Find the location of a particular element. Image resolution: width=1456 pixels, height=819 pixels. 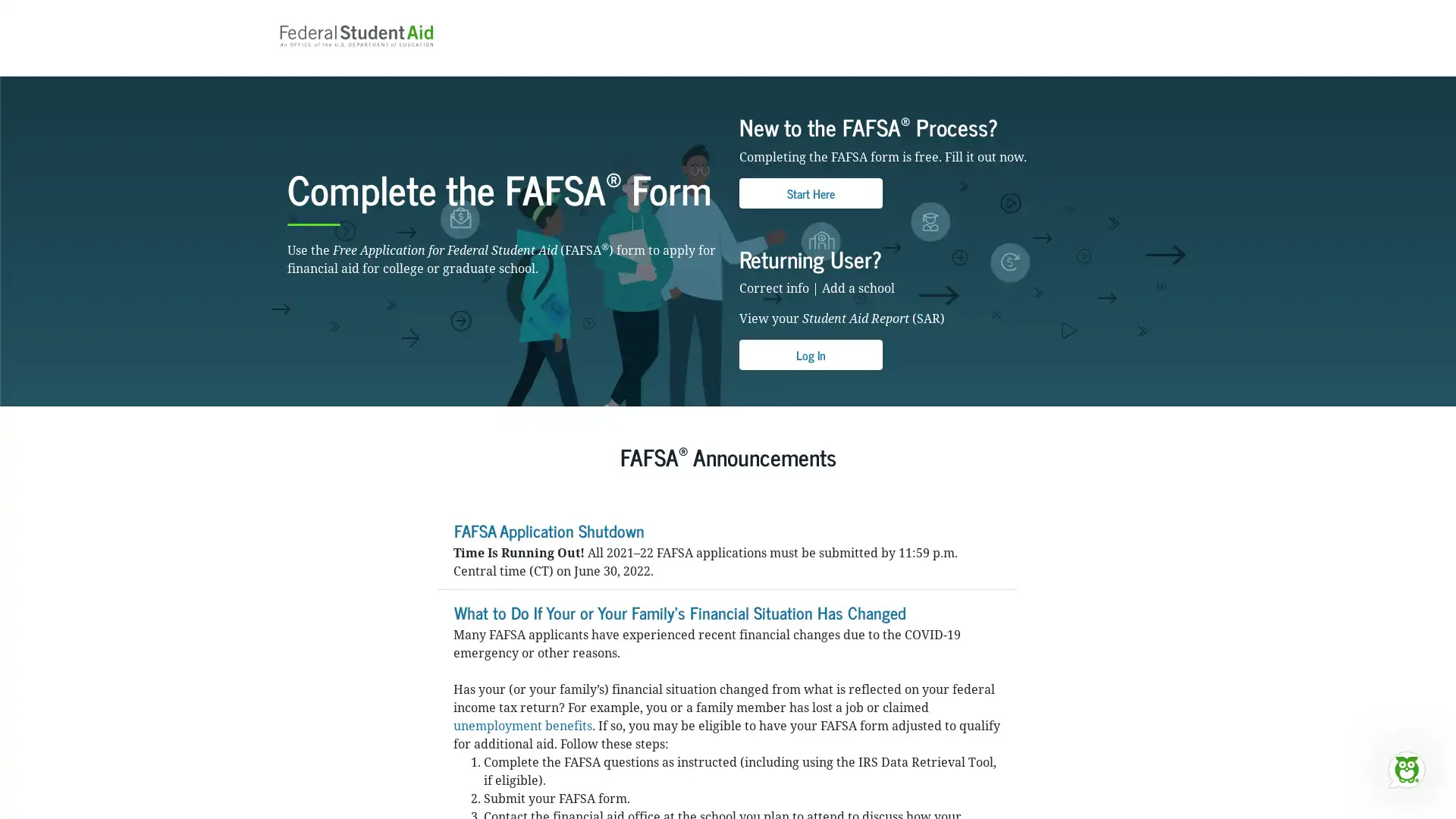

Log In is located at coordinates (810, 376).